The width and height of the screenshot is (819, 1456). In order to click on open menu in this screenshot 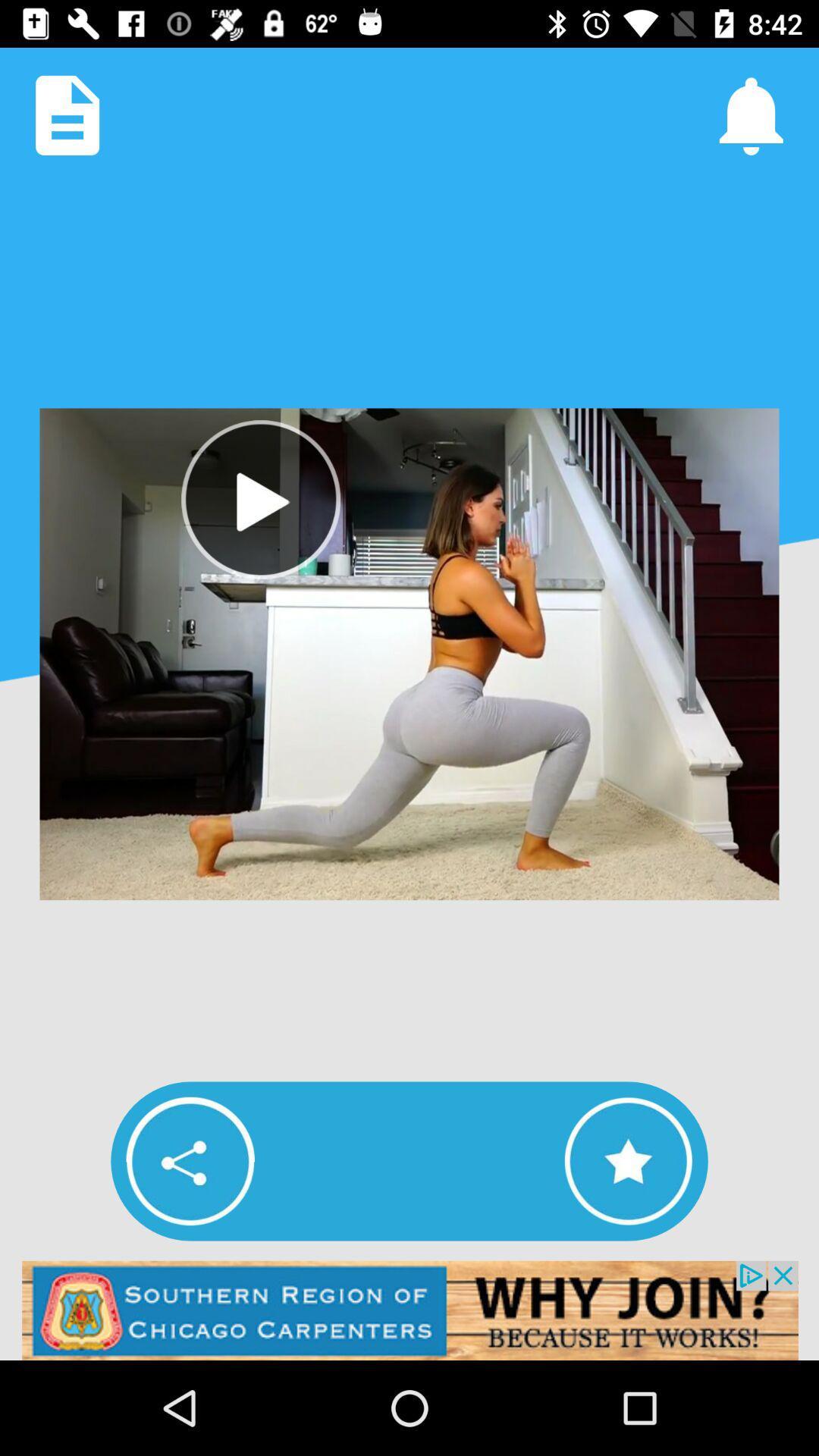, I will do `click(67, 115)`.